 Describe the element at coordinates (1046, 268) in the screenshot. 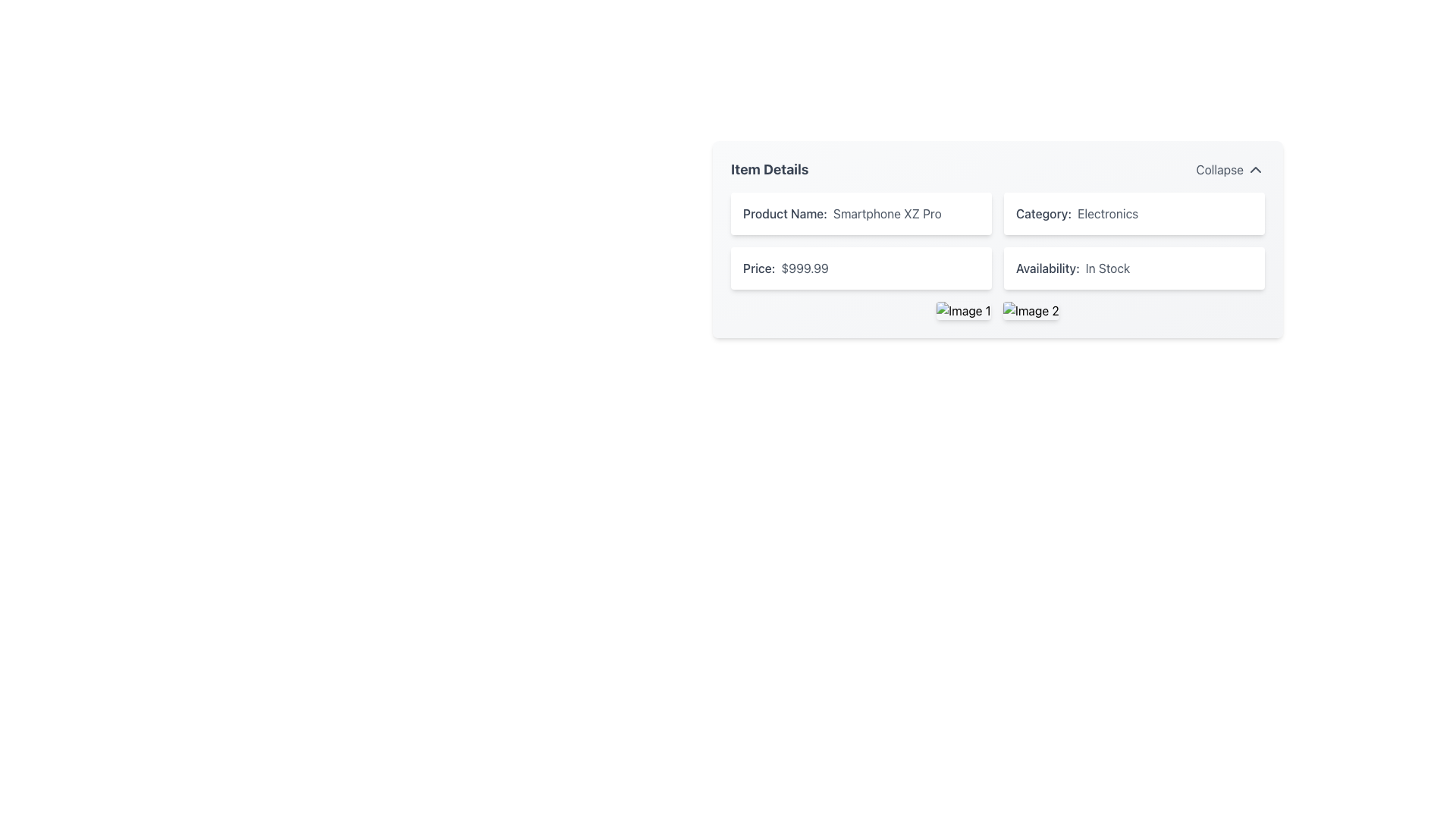

I see `the text label reading 'Availability:' which is styled with medium-weight gray font and is located on the right side of the 'Item Details' section` at that location.